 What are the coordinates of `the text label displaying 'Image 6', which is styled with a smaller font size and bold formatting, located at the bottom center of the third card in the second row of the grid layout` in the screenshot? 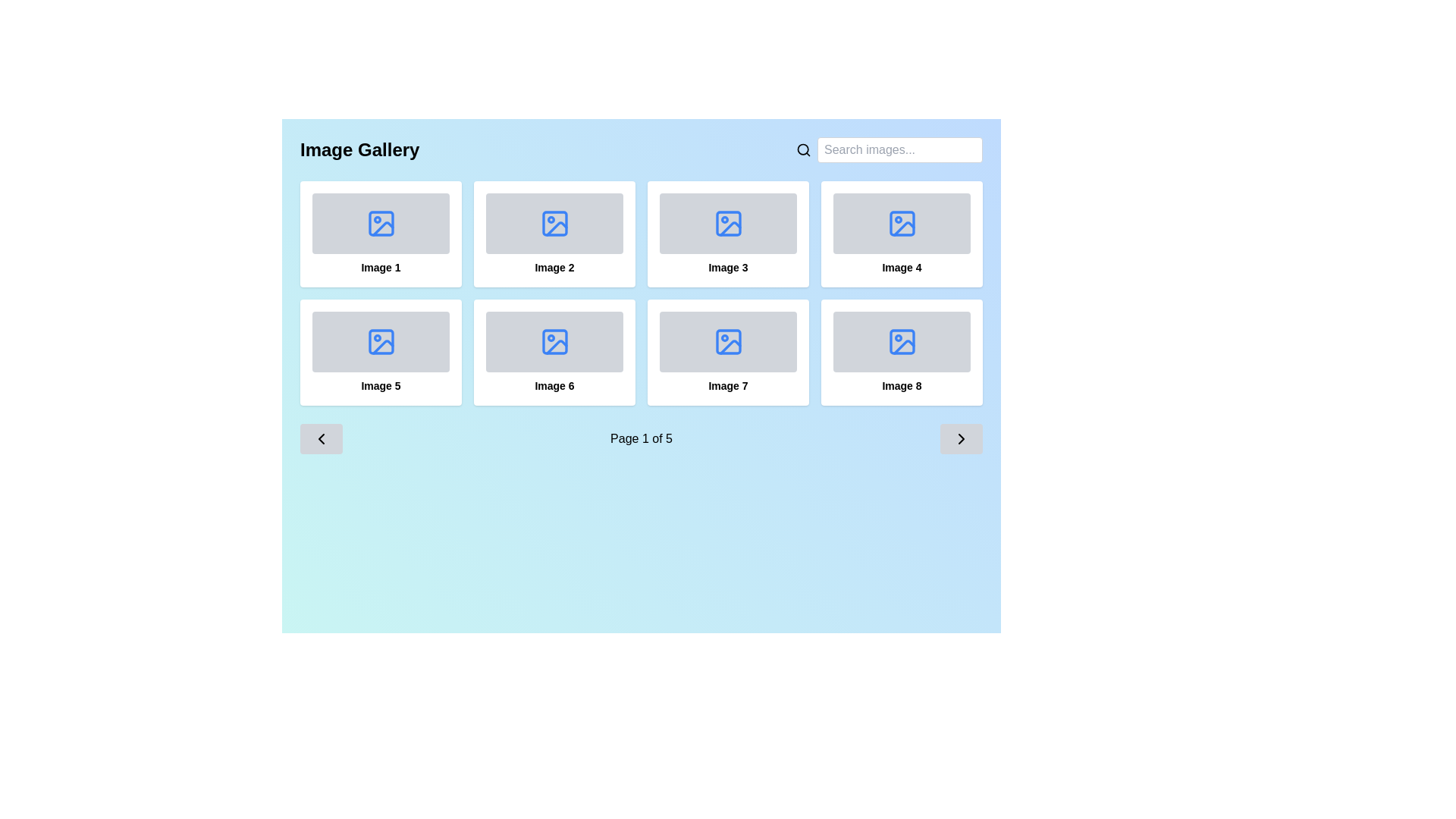 It's located at (554, 385).